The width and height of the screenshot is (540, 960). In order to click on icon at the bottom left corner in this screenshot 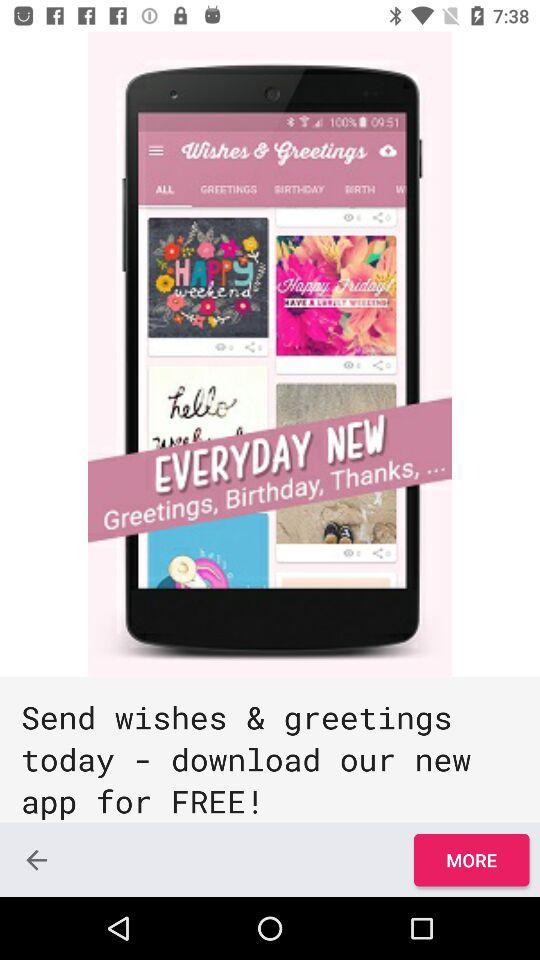, I will do `click(36, 859)`.